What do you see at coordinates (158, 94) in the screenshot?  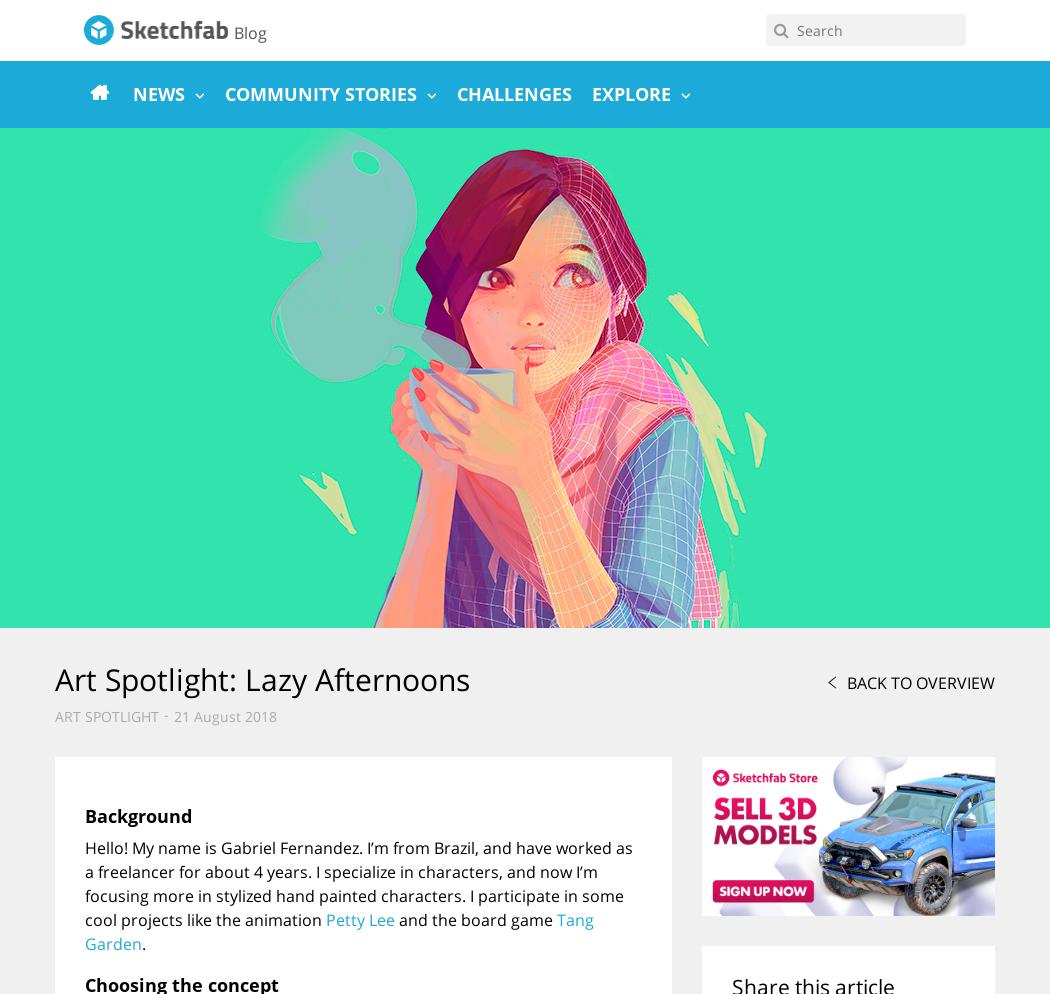 I see `'News'` at bounding box center [158, 94].